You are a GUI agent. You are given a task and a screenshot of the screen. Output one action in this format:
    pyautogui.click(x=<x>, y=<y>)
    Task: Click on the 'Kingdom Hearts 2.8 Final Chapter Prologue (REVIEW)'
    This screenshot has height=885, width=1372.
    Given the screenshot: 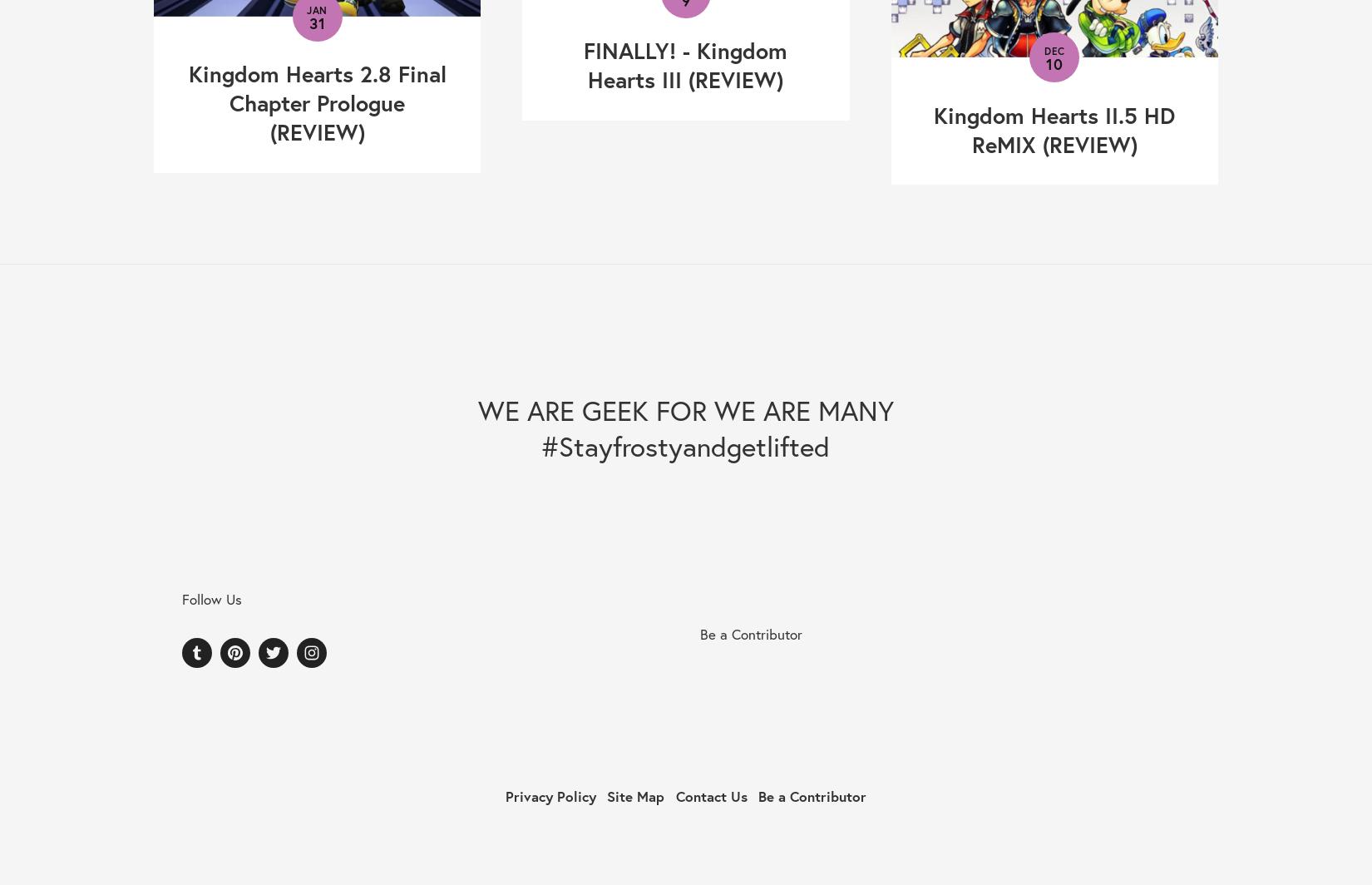 What is the action you would take?
    pyautogui.click(x=316, y=102)
    